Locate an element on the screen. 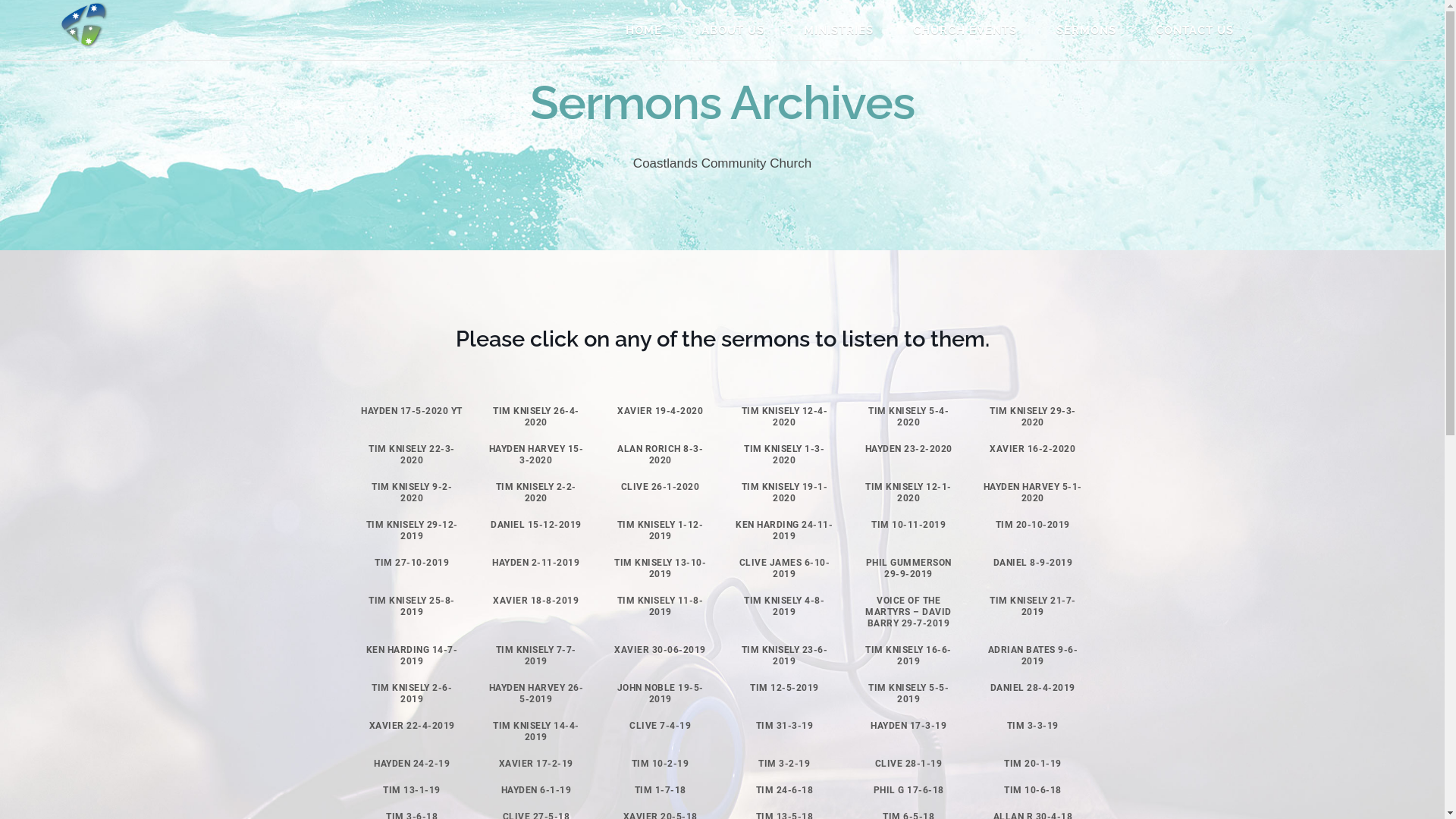  'TIM 27-10-2019' is located at coordinates (411, 562).